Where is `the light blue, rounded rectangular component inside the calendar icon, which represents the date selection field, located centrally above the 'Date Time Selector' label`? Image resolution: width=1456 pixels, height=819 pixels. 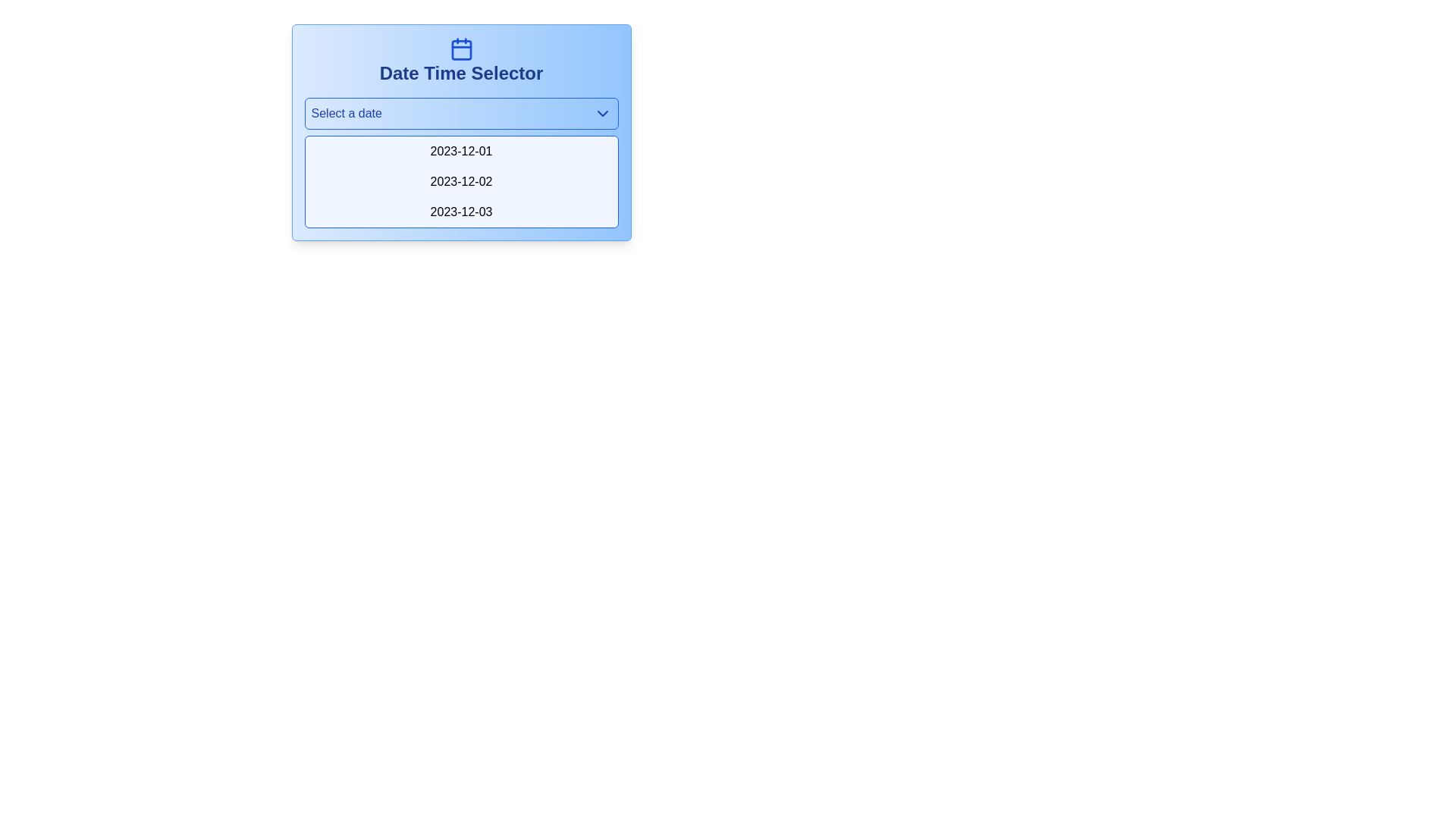
the light blue, rounded rectangular component inside the calendar icon, which represents the date selection field, located centrally above the 'Date Time Selector' label is located at coordinates (460, 49).